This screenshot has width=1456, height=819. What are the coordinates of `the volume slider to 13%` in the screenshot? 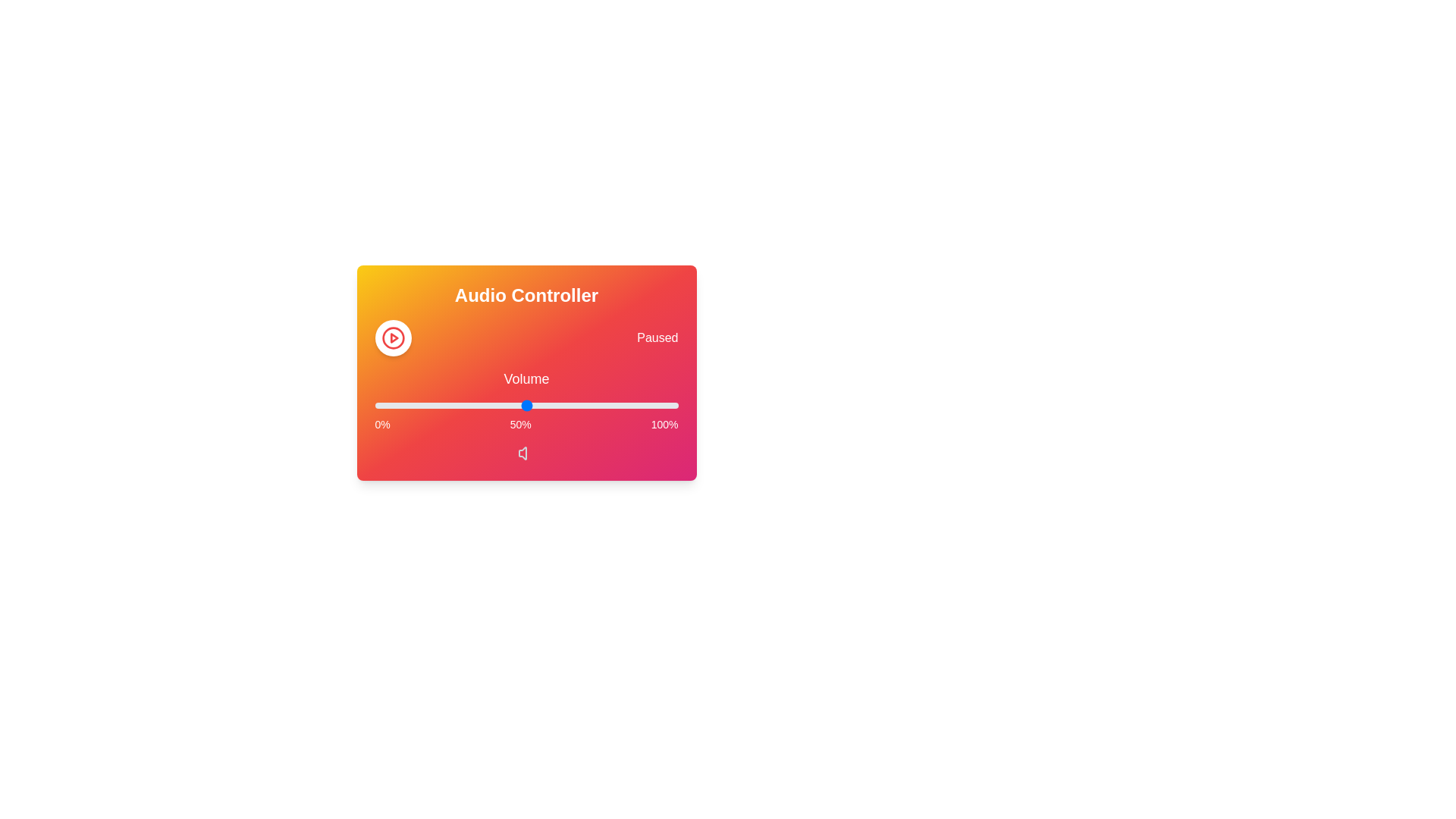 It's located at (414, 405).